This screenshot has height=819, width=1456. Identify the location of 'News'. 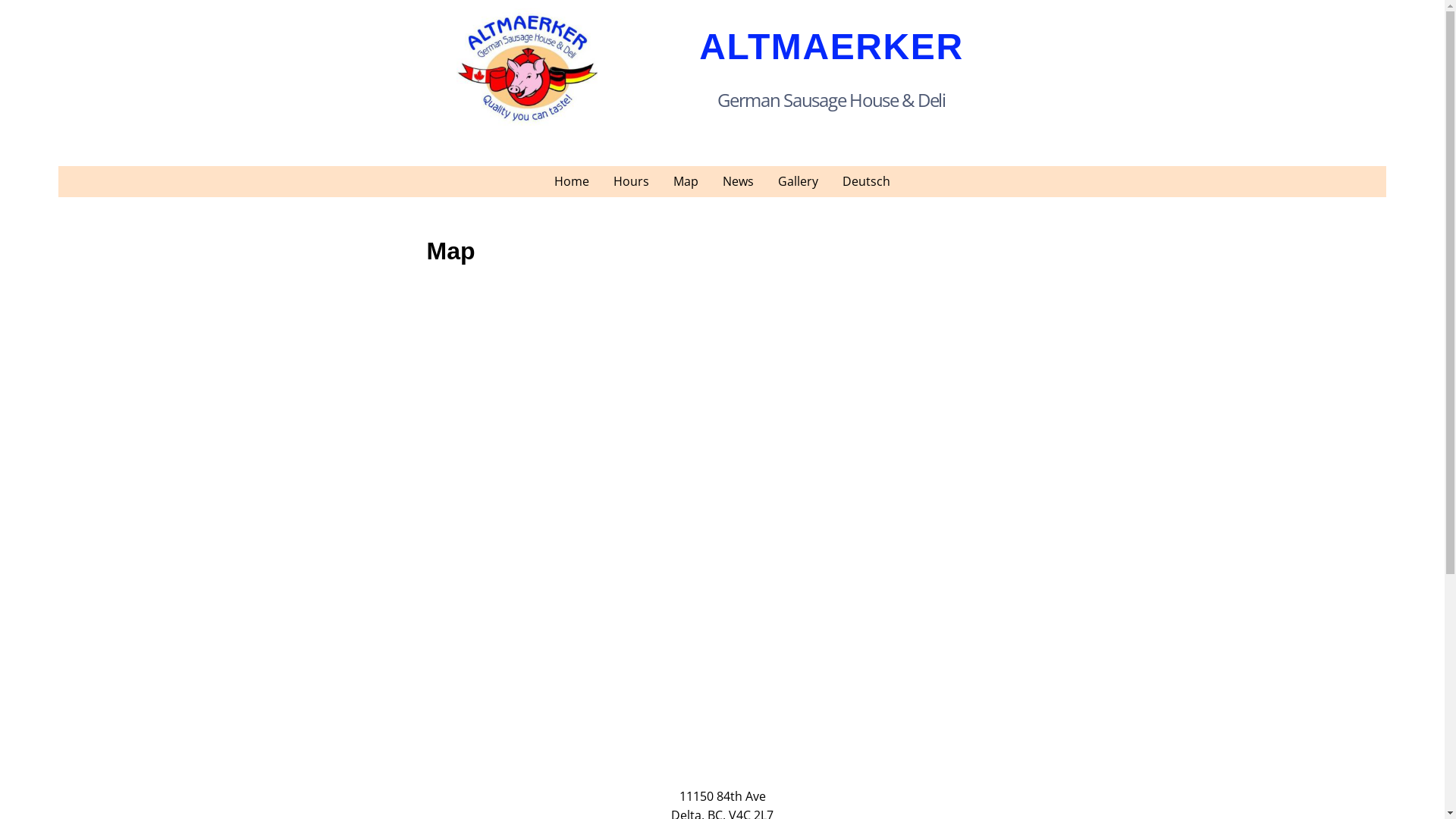
(709, 180).